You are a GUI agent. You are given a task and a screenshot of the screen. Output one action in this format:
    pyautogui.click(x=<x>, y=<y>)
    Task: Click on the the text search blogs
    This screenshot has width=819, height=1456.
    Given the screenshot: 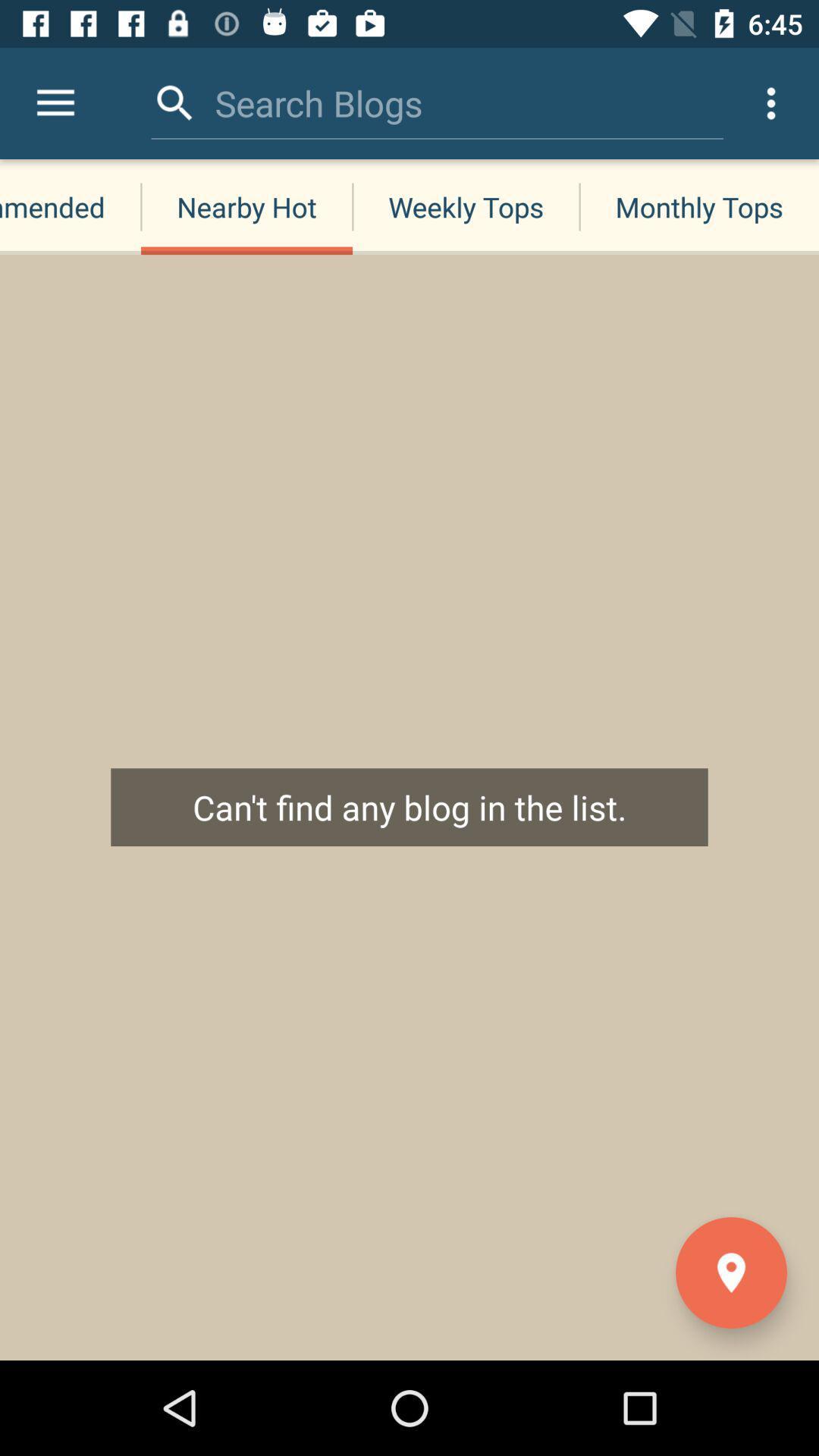 What is the action you would take?
    pyautogui.click(x=318, y=102)
    